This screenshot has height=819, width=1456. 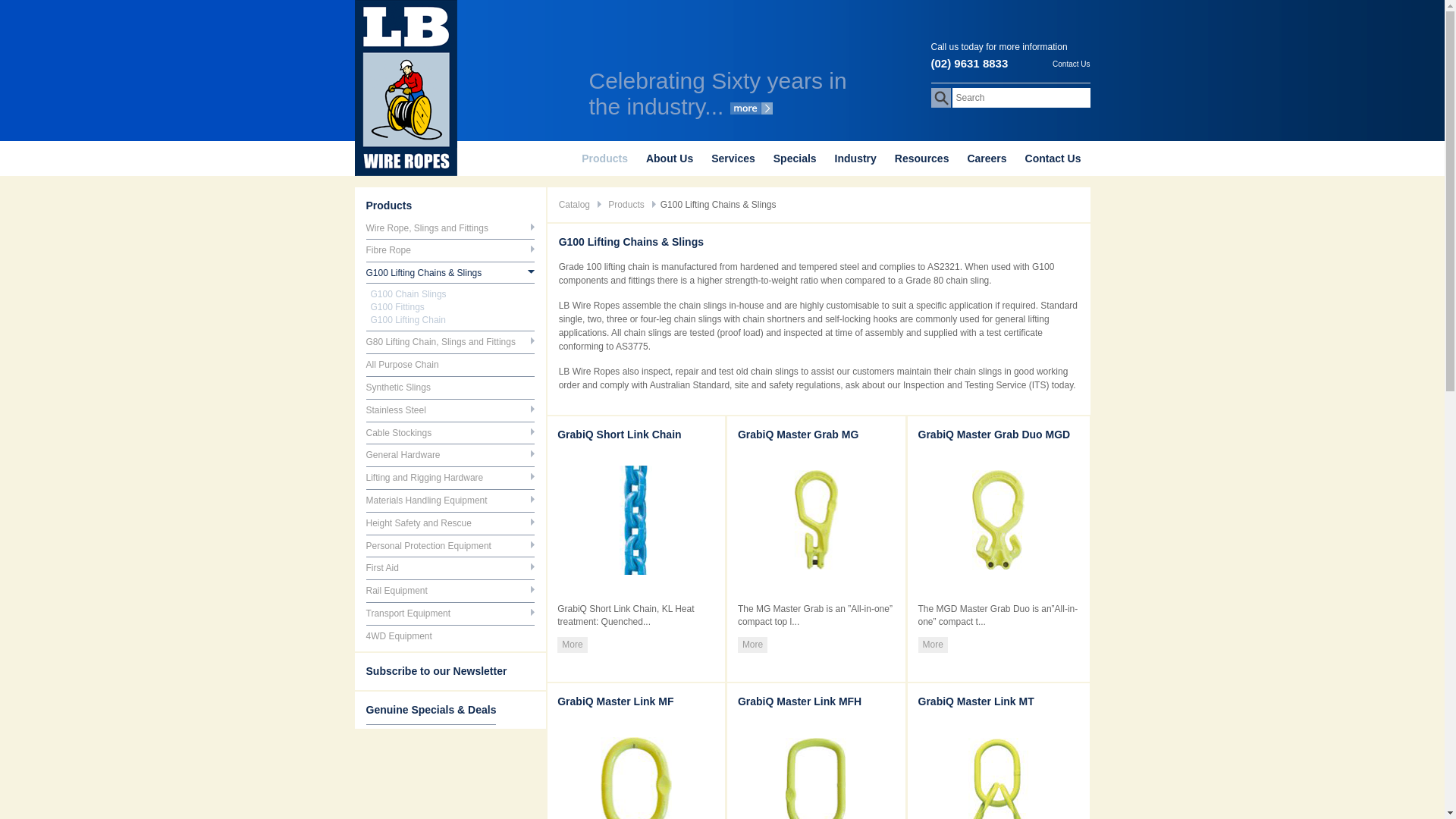 What do you see at coordinates (425, 500) in the screenshot?
I see `'Materials Handling Equipment'` at bounding box center [425, 500].